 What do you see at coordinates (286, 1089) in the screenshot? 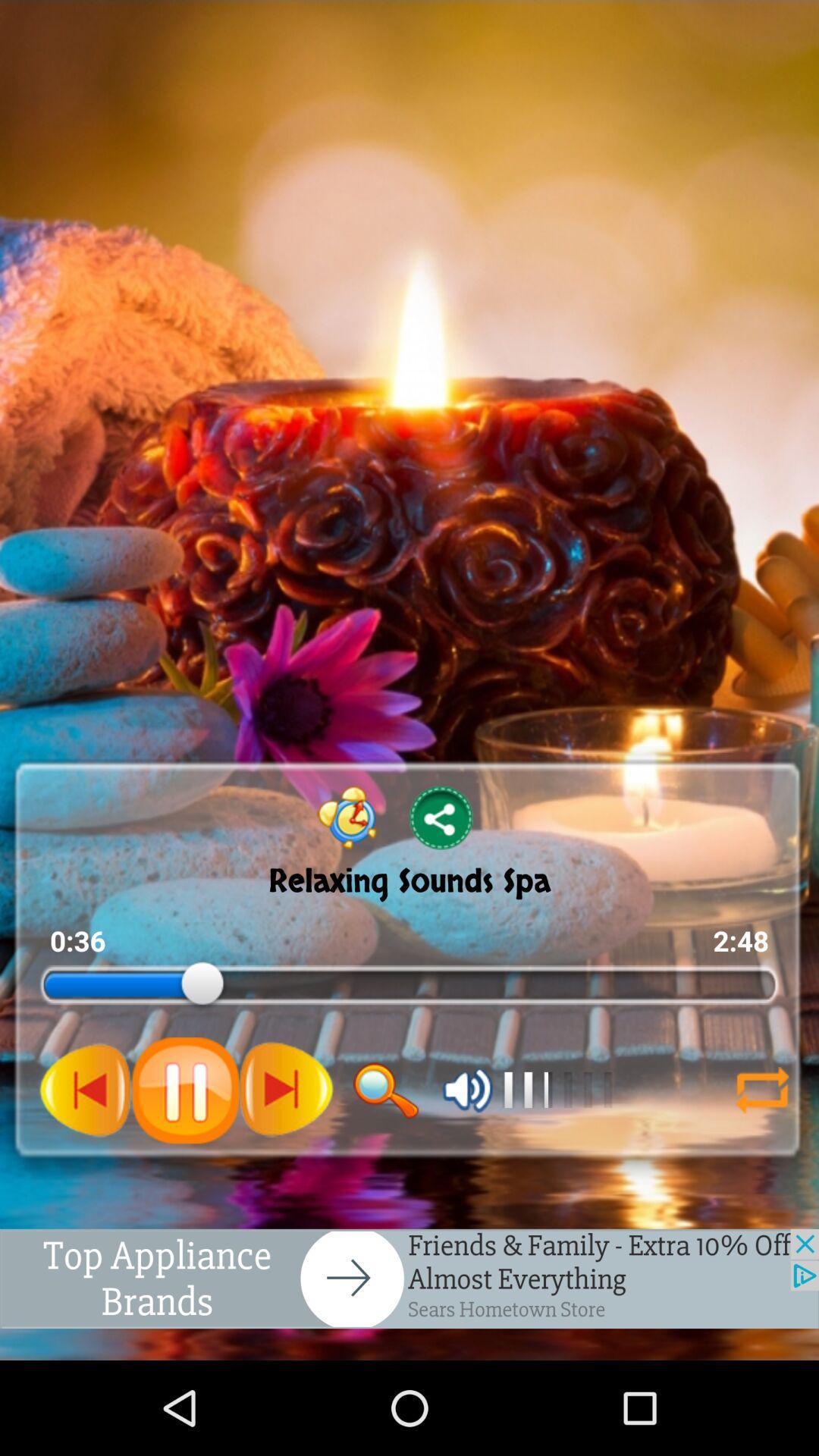
I see `the next button` at bounding box center [286, 1089].